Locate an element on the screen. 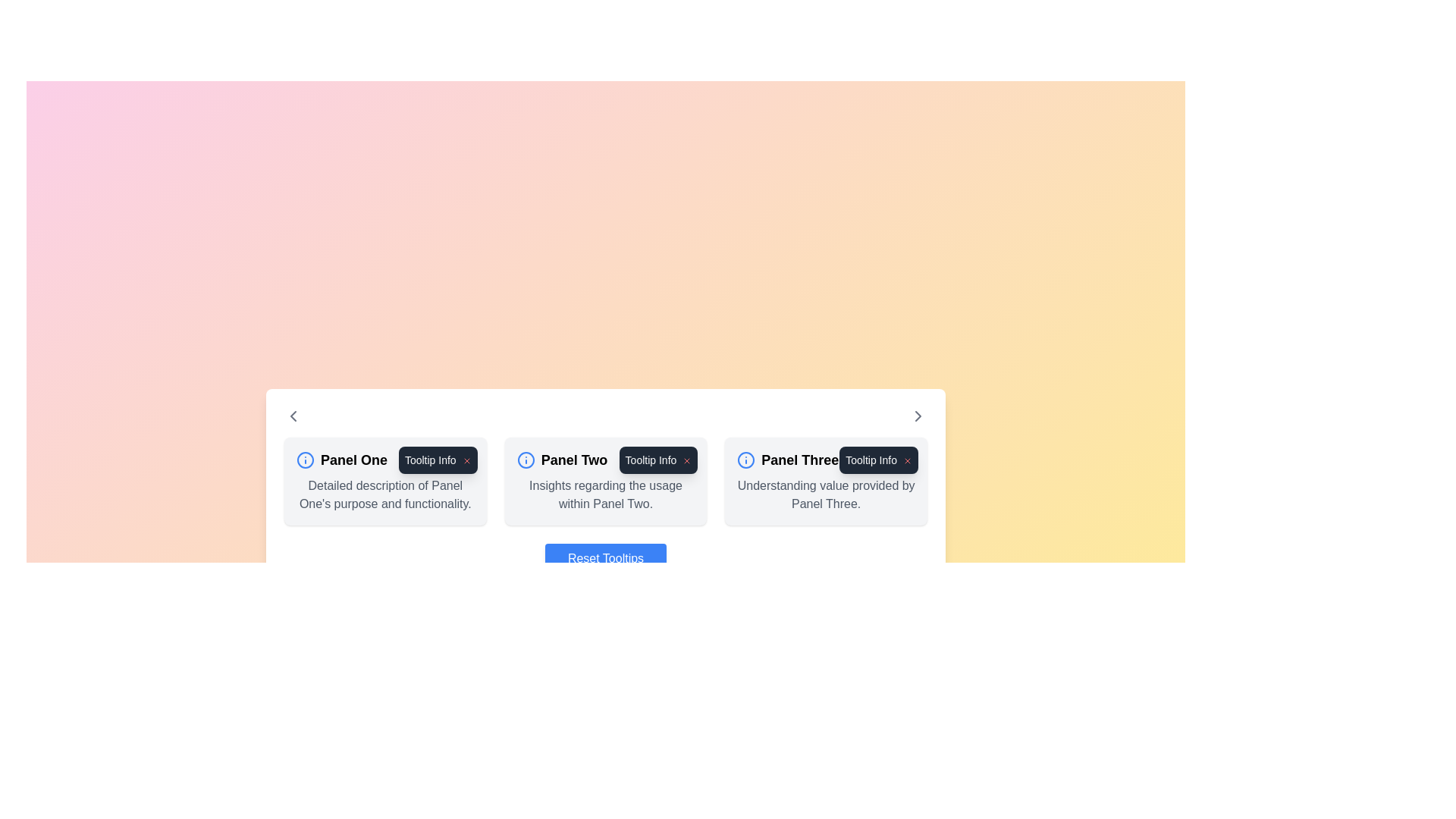  the blue outlined circle icon containing the letter 'i' located at the leftmost part of the header in 'Panel One' is located at coordinates (305, 459).